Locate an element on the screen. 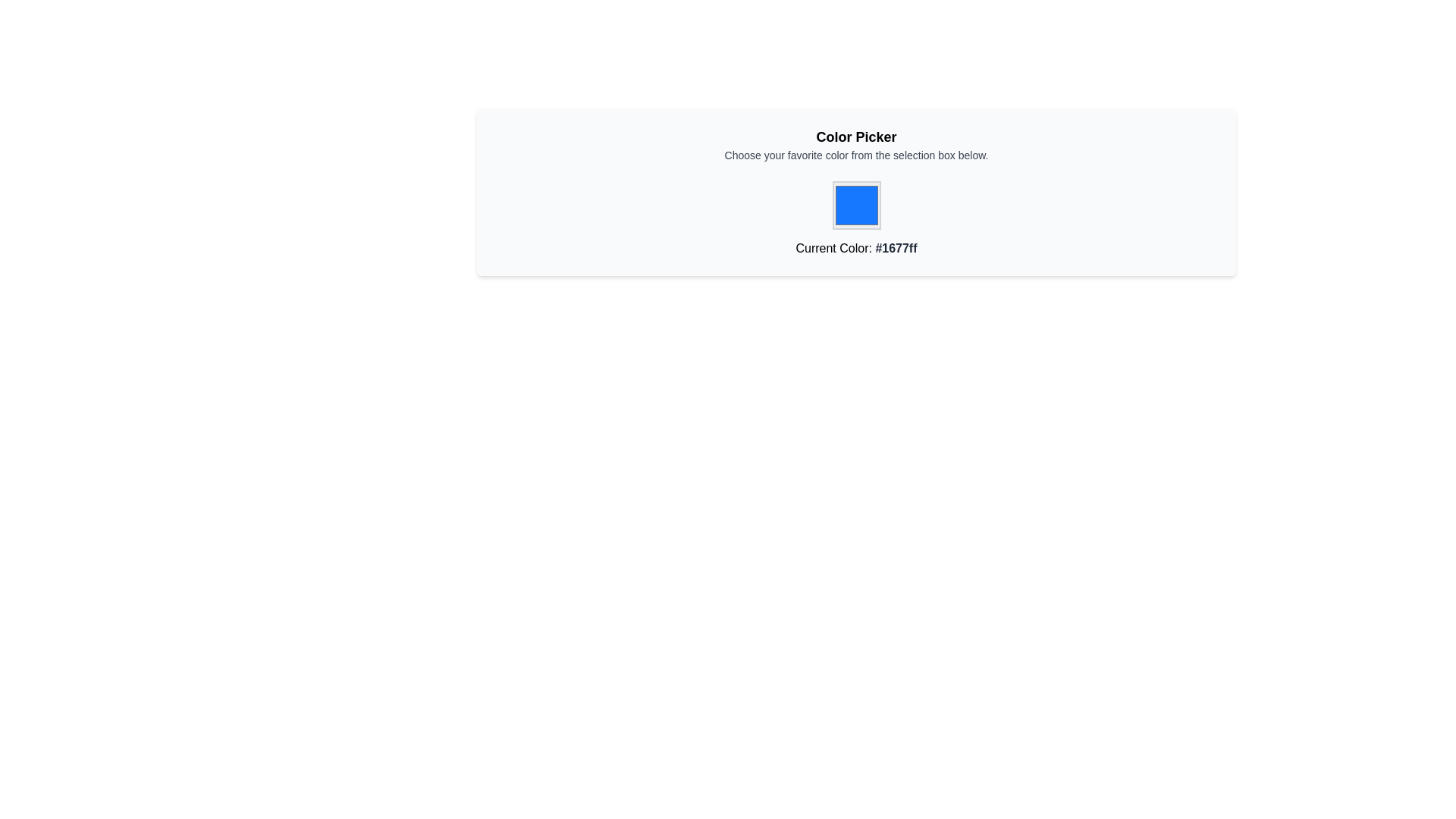 The image size is (1456, 819). the static text displaying '#1677ff', which is styled in bold and grayish hue, located in the color picker interface to the right of the label 'Current Color:' is located at coordinates (896, 247).